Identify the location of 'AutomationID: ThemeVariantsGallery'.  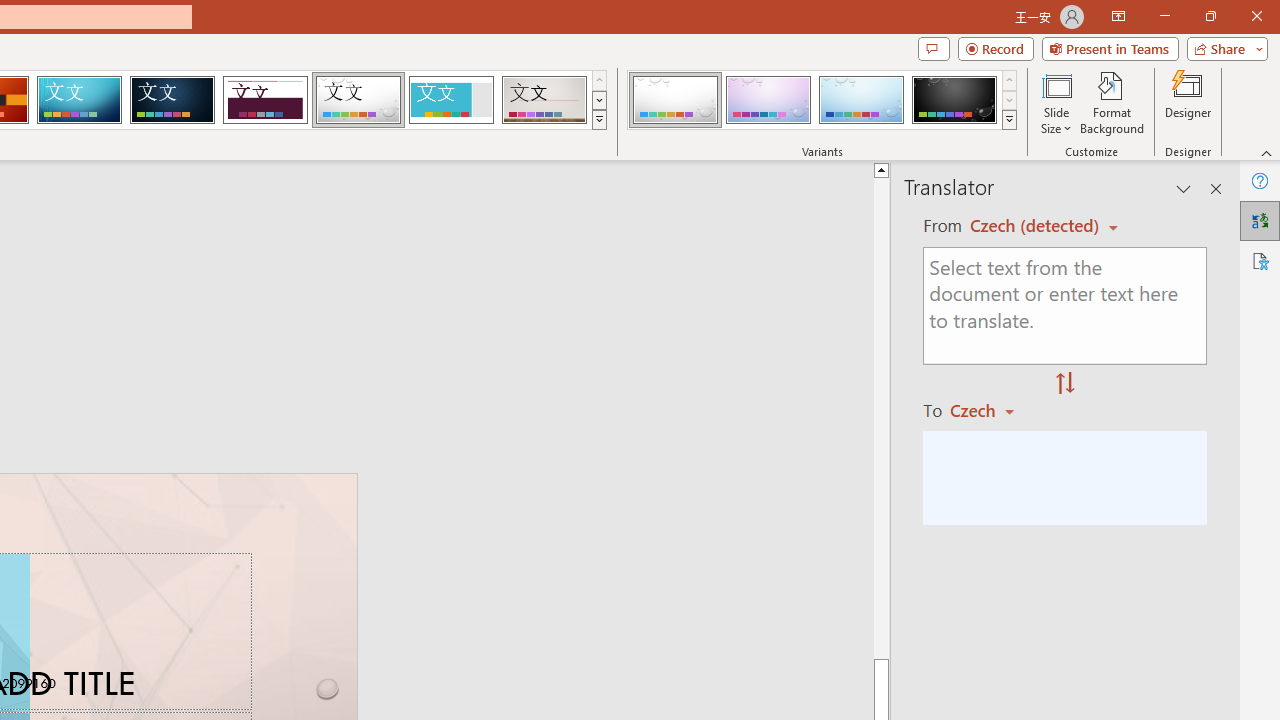
(823, 100).